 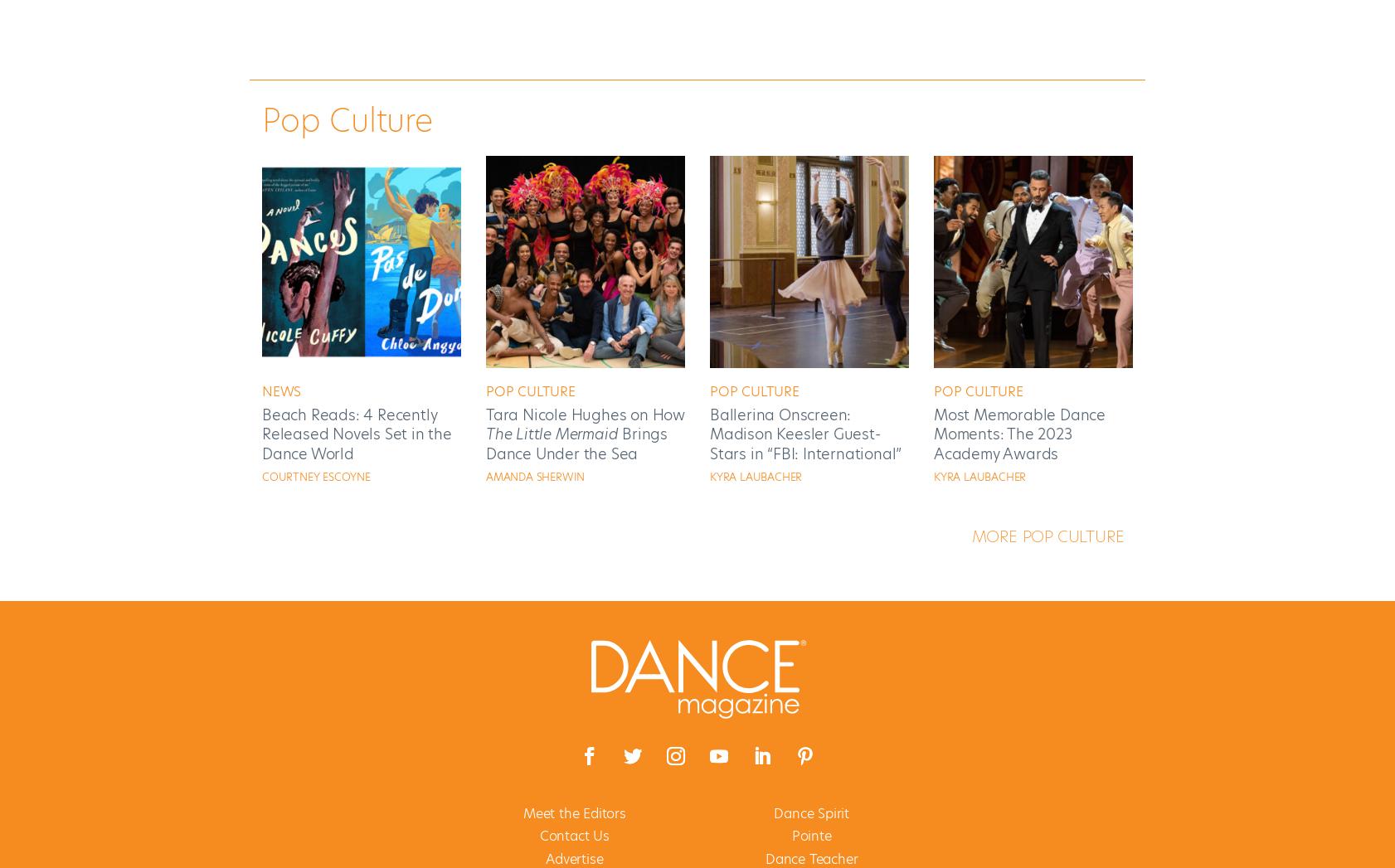 What do you see at coordinates (486, 414) in the screenshot?
I see `'Tara Nicole Hughes on How'` at bounding box center [486, 414].